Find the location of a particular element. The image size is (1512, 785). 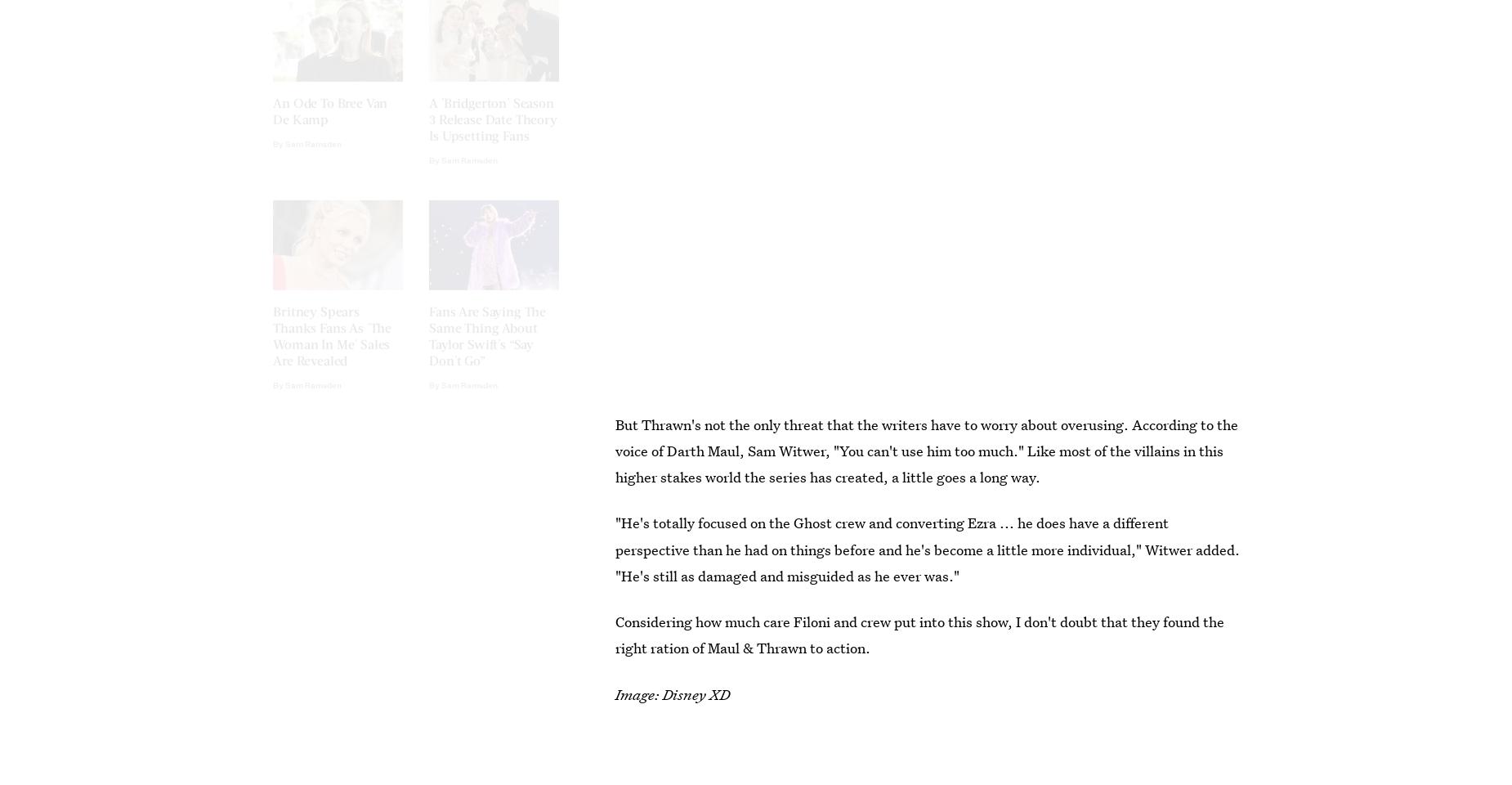

'Fans Are Saying The Same Thing About Taylor Swift's “Say Don't Go”' is located at coordinates (487, 350).